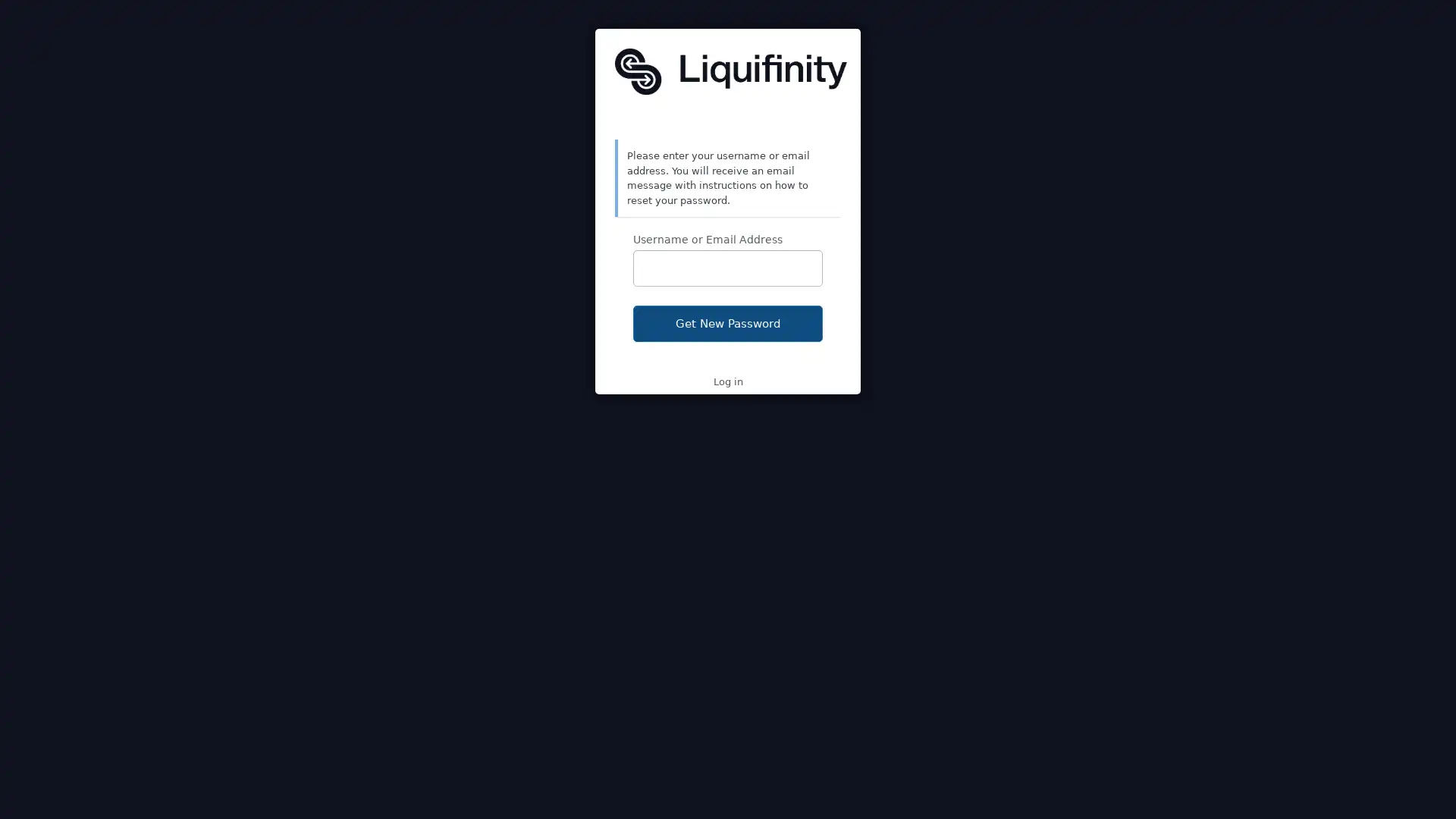 Image resolution: width=1456 pixels, height=819 pixels. I want to click on Get New Password, so click(728, 323).